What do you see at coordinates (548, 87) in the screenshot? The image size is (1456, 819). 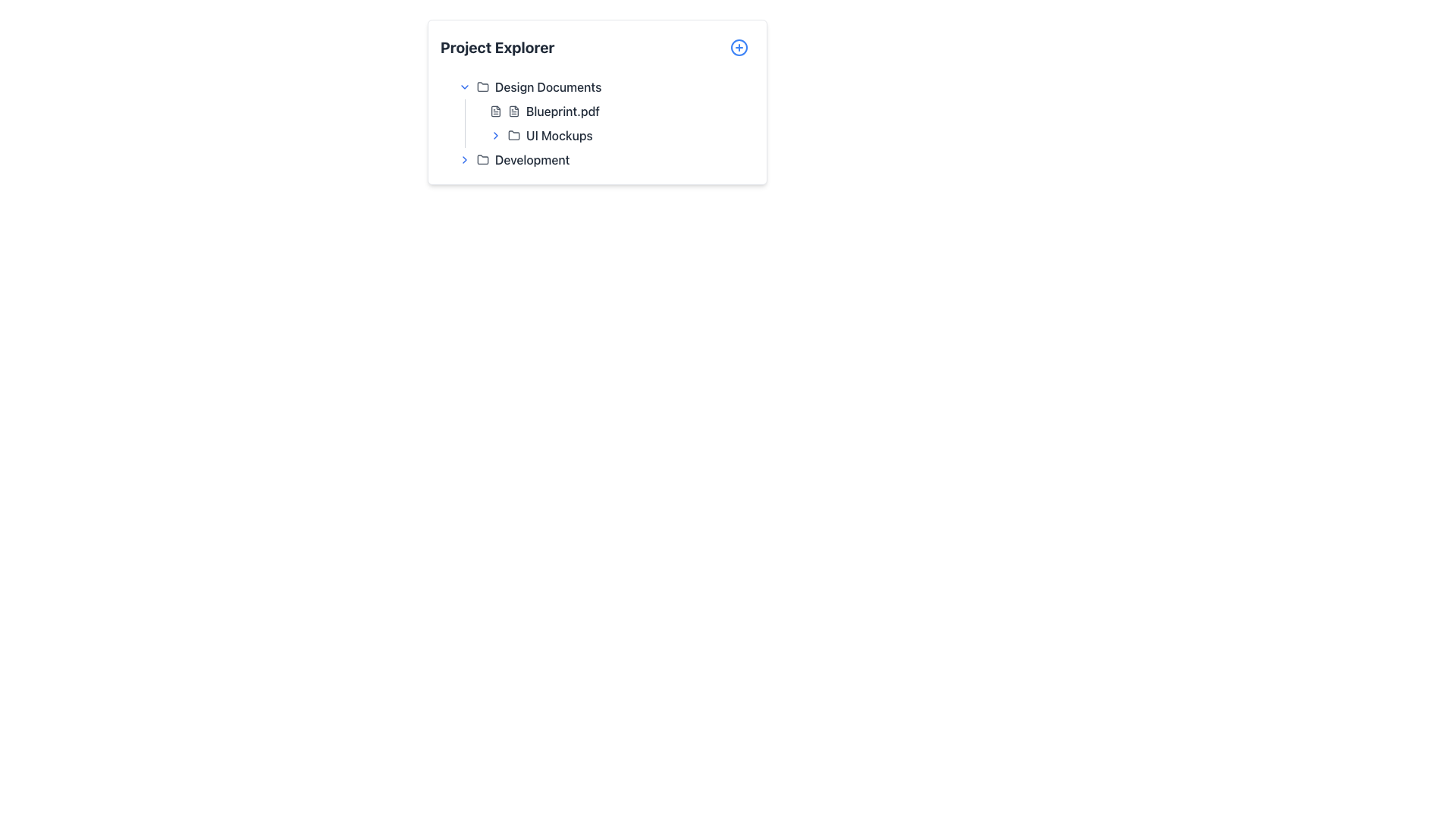 I see `the text label "Design Documents" which is styled in gray and located in the Project Explorer tree view, positioned to the right of a folder icon and beneath an expand/collapse arrow` at bounding box center [548, 87].